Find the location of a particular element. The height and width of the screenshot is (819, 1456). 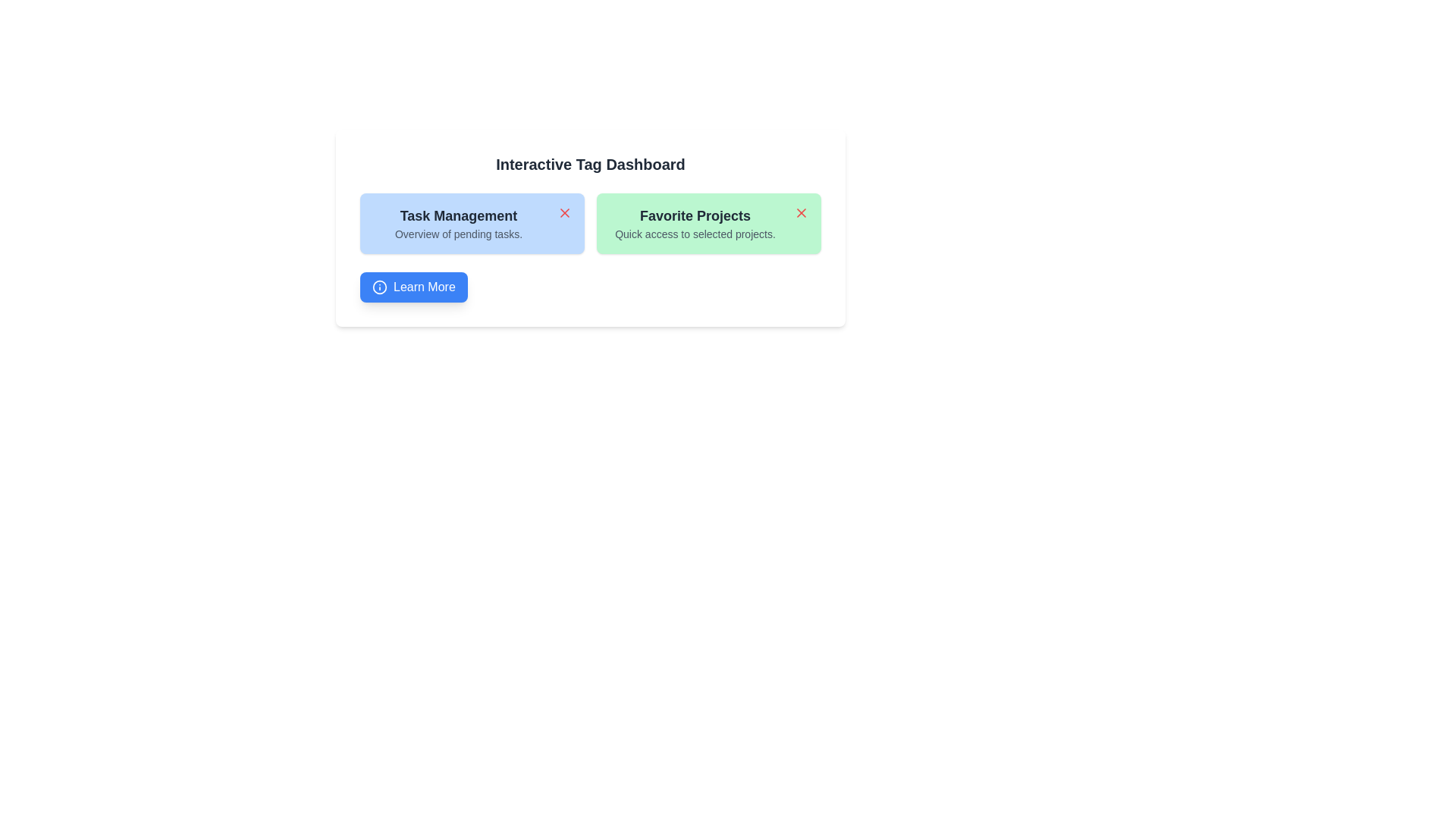

the small red 'X' button located at the top-right corner of the 'Favorite Projects' green card is located at coordinates (800, 213).